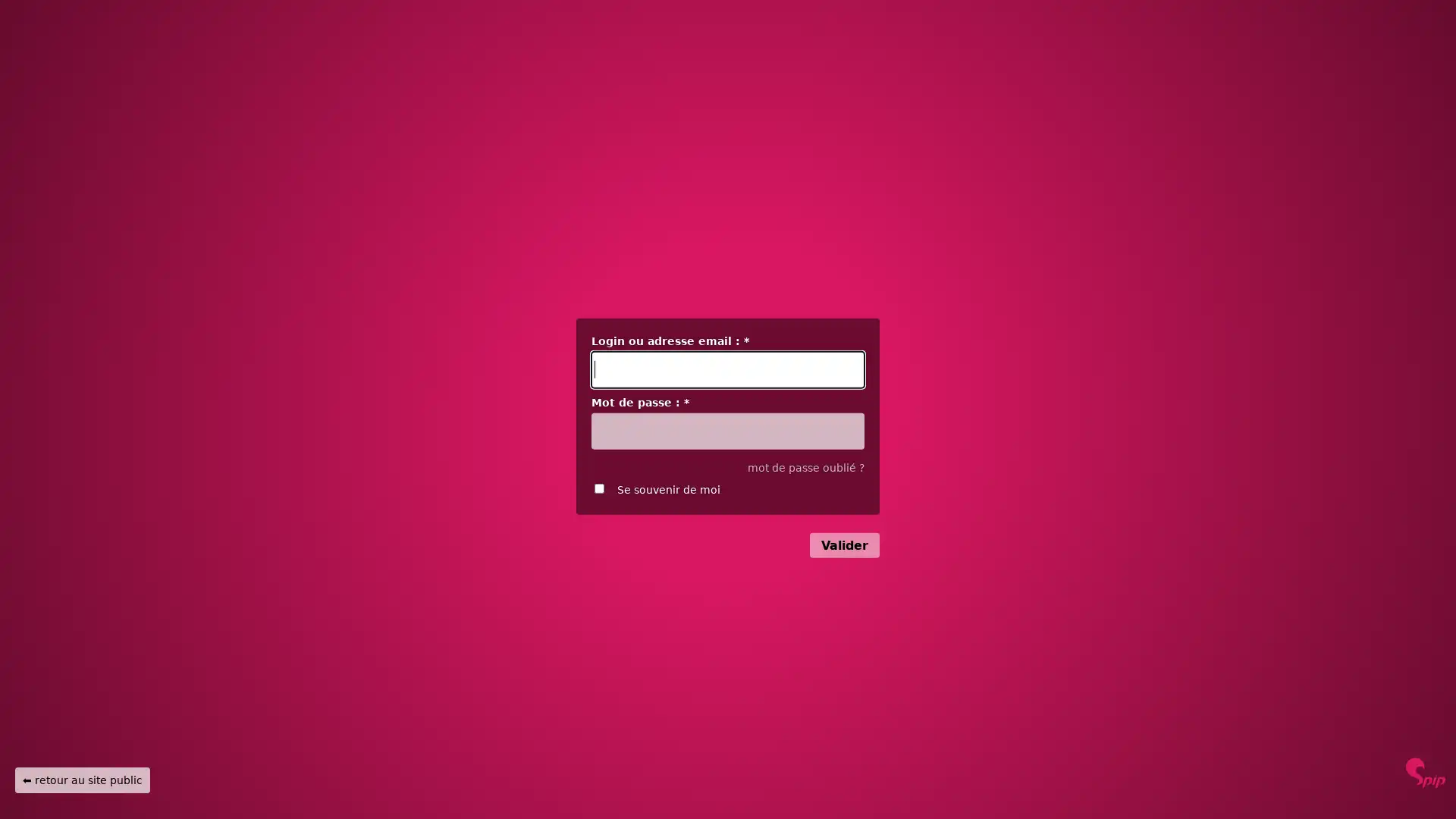  I want to click on Valider, so click(843, 544).